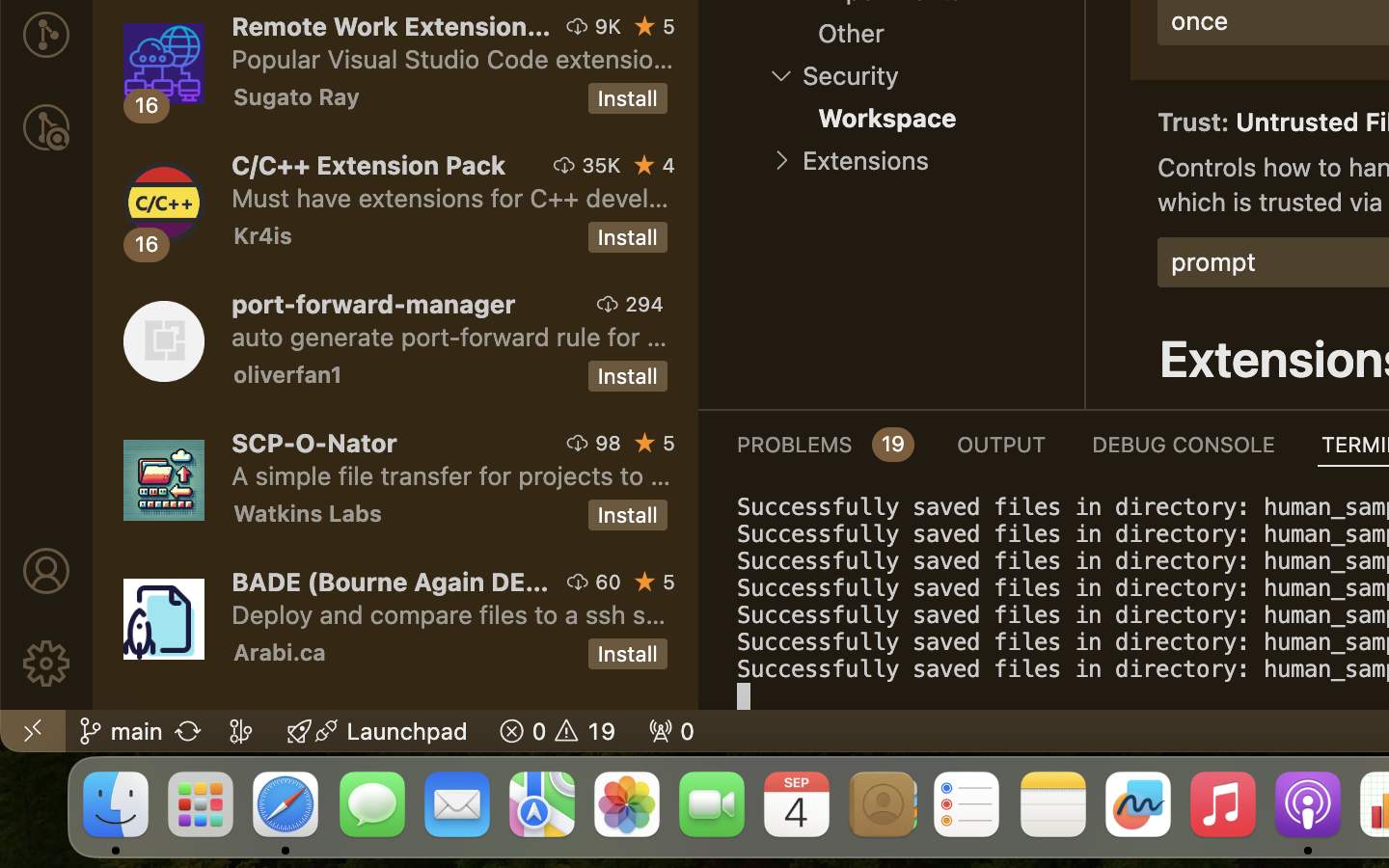 This screenshot has width=1389, height=868. Describe the element at coordinates (864, 161) in the screenshot. I see `'Extensions'` at that location.